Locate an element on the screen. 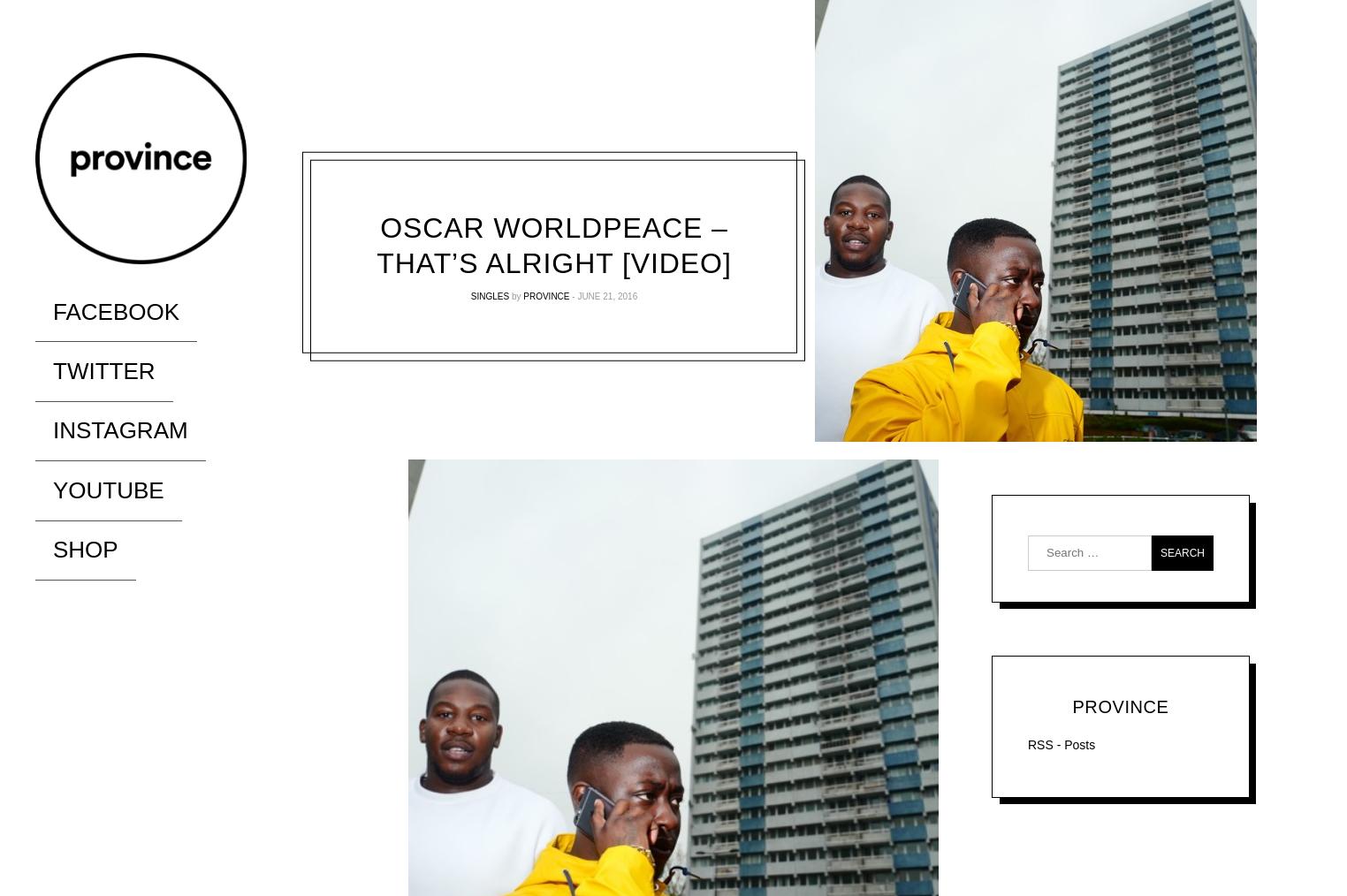  'by' is located at coordinates (517, 295).